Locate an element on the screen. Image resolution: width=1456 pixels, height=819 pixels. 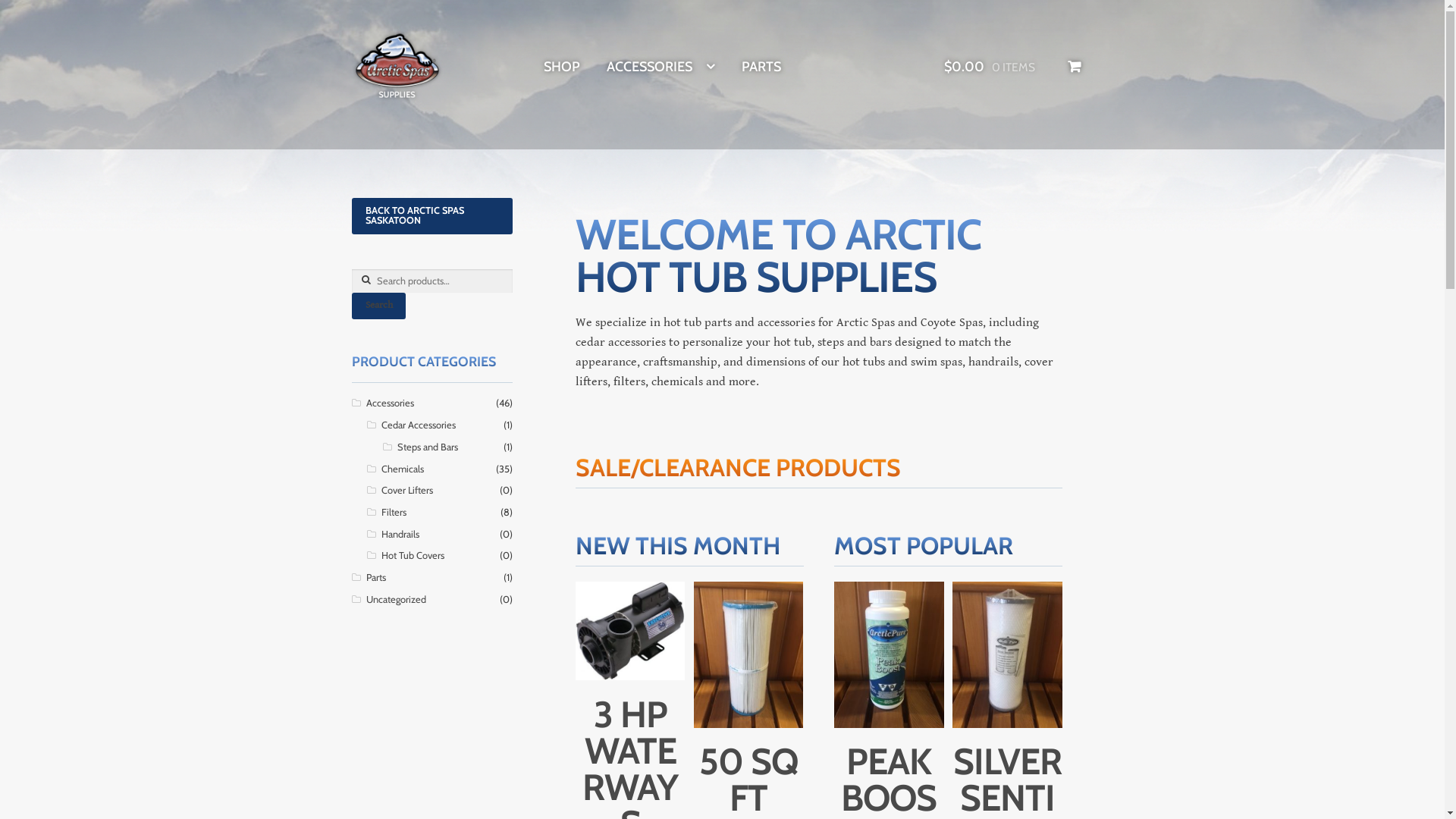
'Search' is located at coordinates (378, 306).